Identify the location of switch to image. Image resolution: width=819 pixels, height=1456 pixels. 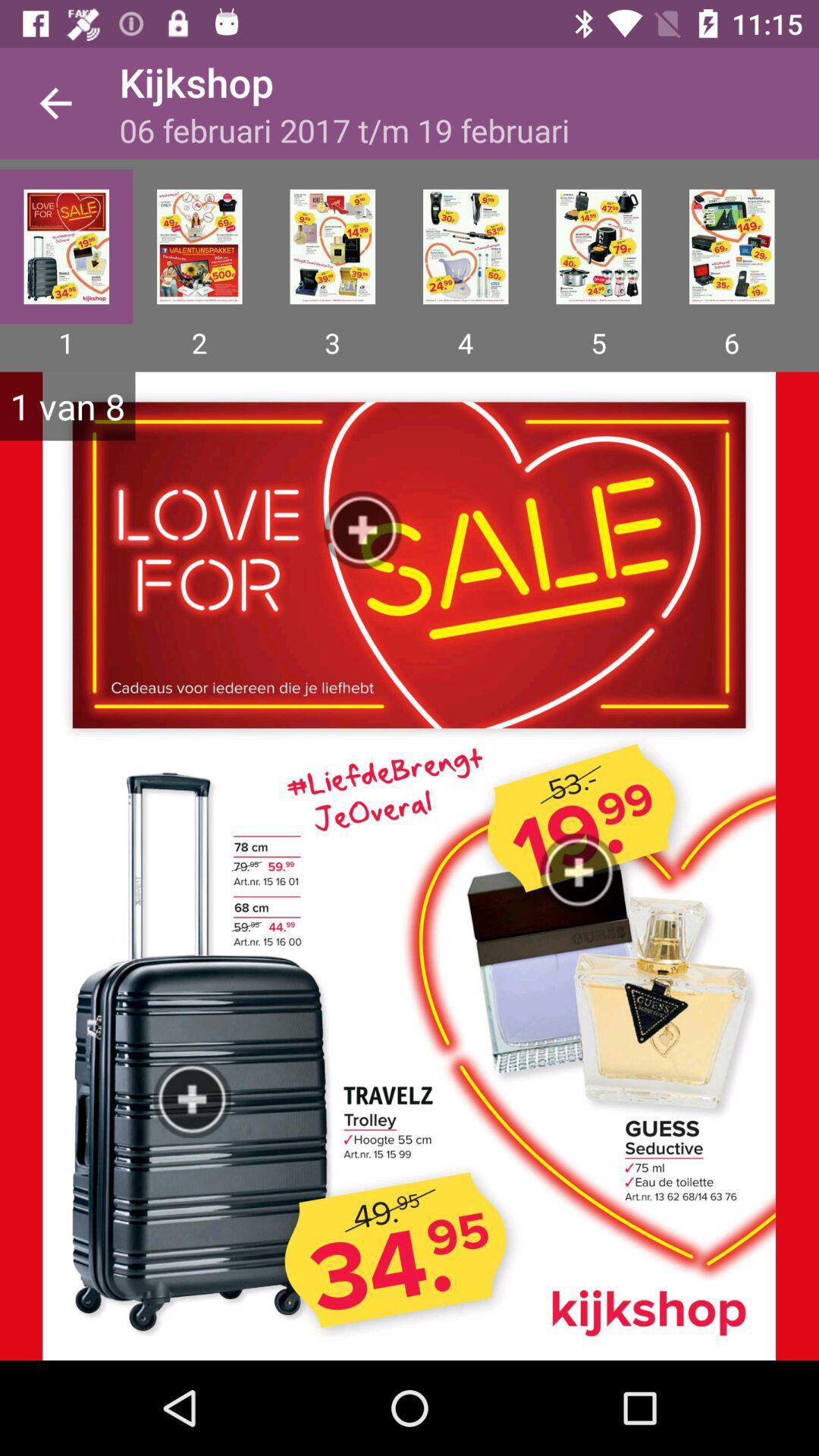
(331, 246).